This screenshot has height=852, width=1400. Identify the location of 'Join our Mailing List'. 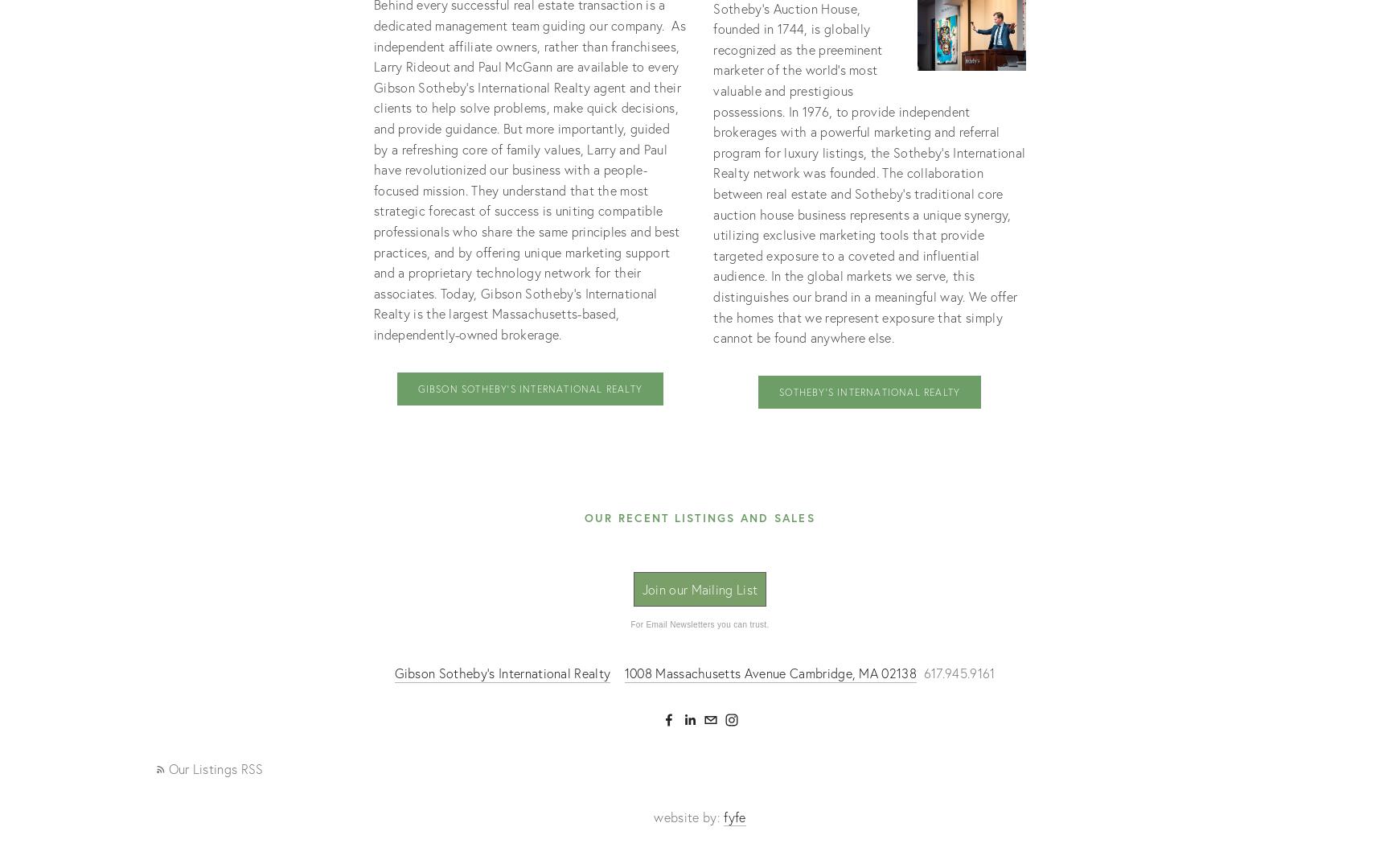
(698, 588).